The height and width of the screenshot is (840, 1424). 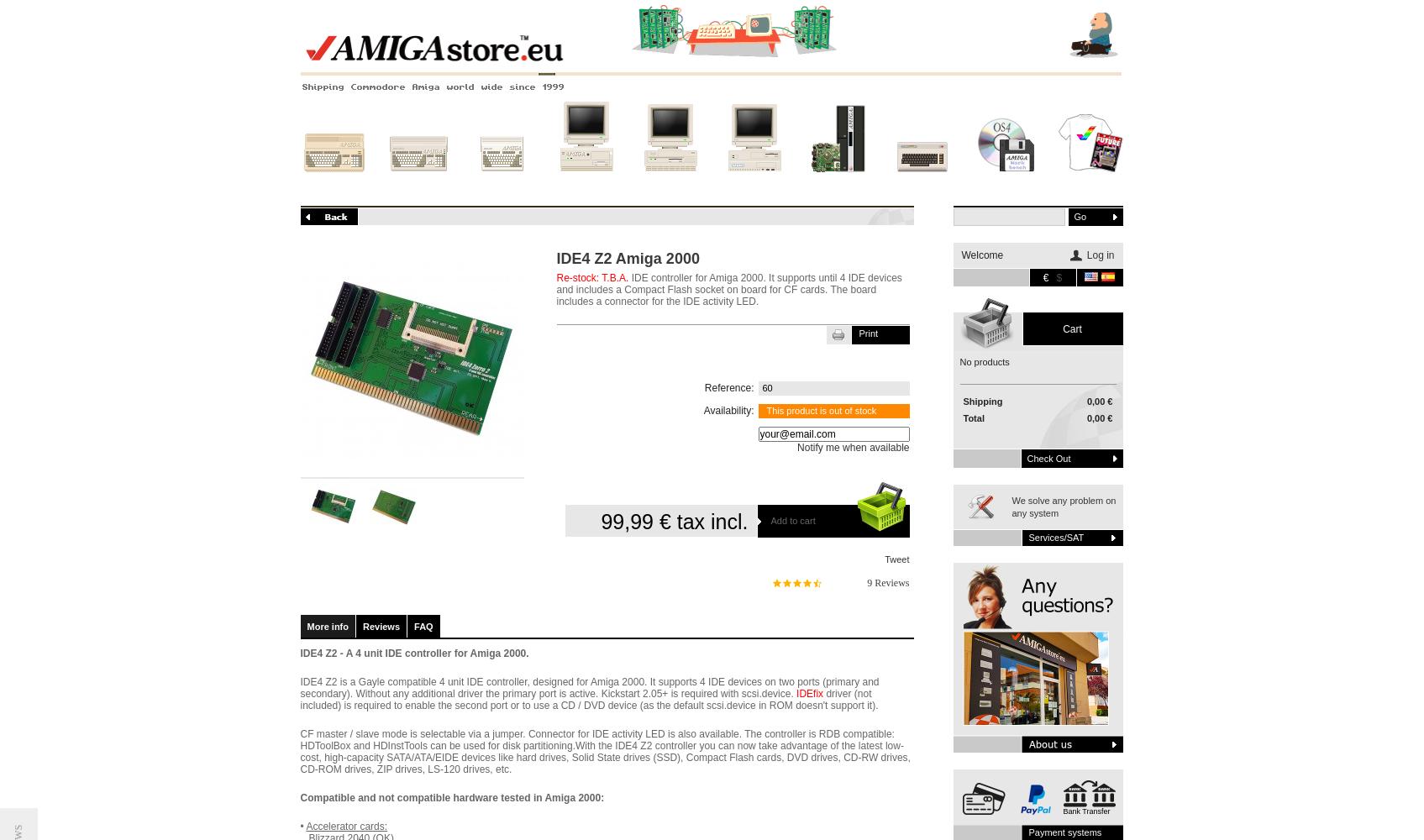 I want to click on 'Reference:', so click(x=728, y=387).